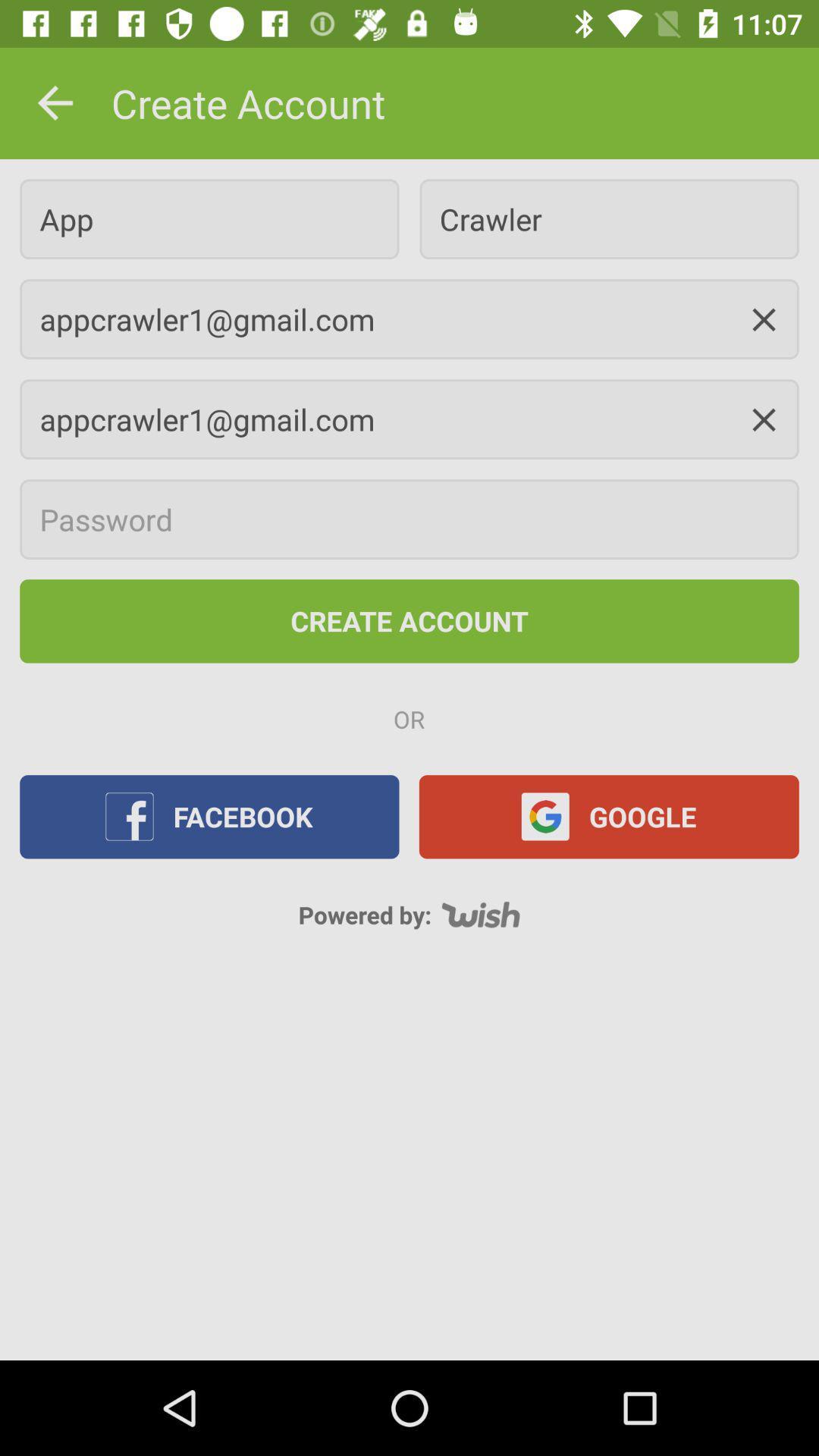  I want to click on crawler, so click(608, 218).